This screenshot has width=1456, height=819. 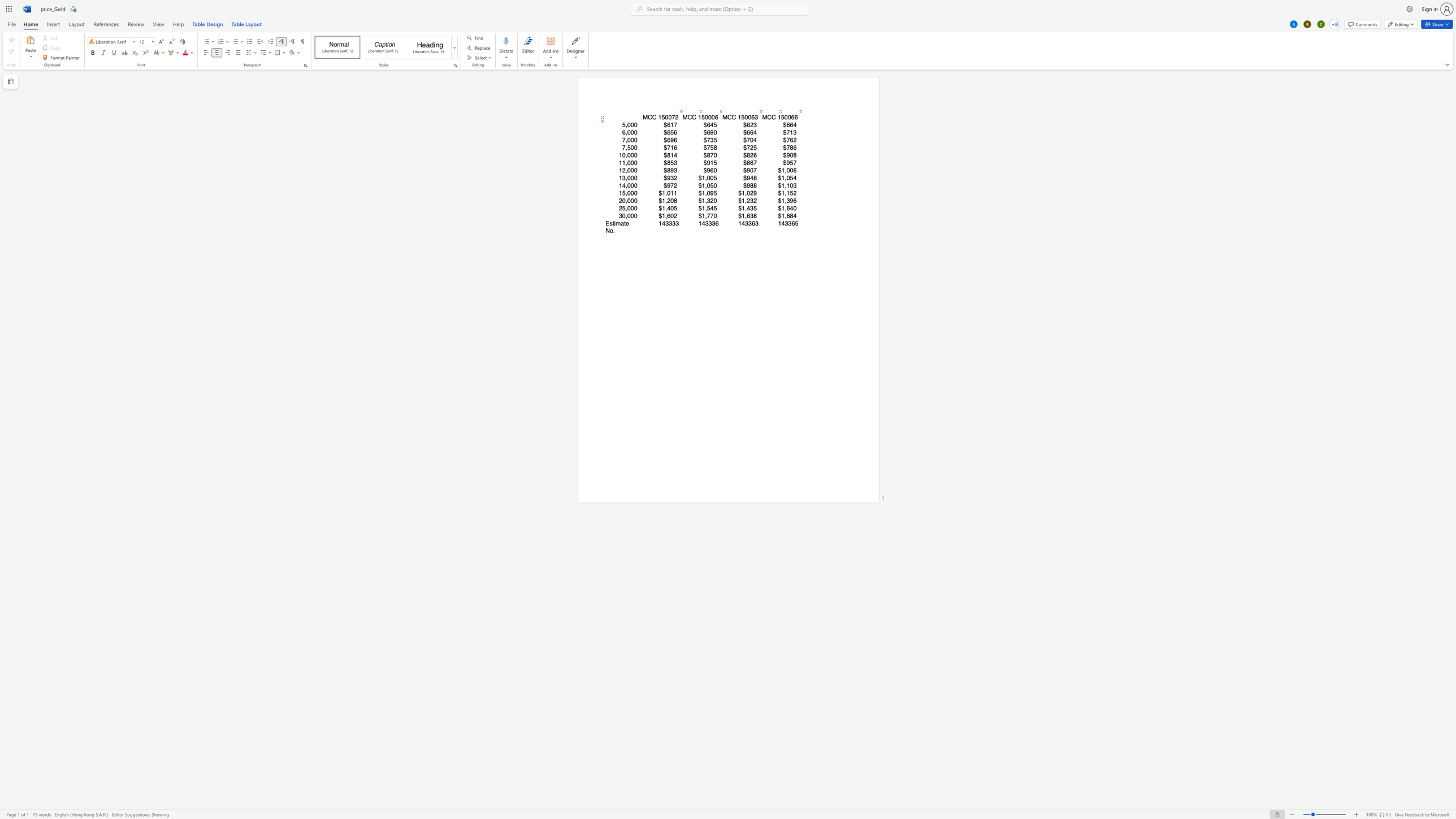 I want to click on the space between the continuous character "a" and "t" in the text, so click(x=623, y=223).